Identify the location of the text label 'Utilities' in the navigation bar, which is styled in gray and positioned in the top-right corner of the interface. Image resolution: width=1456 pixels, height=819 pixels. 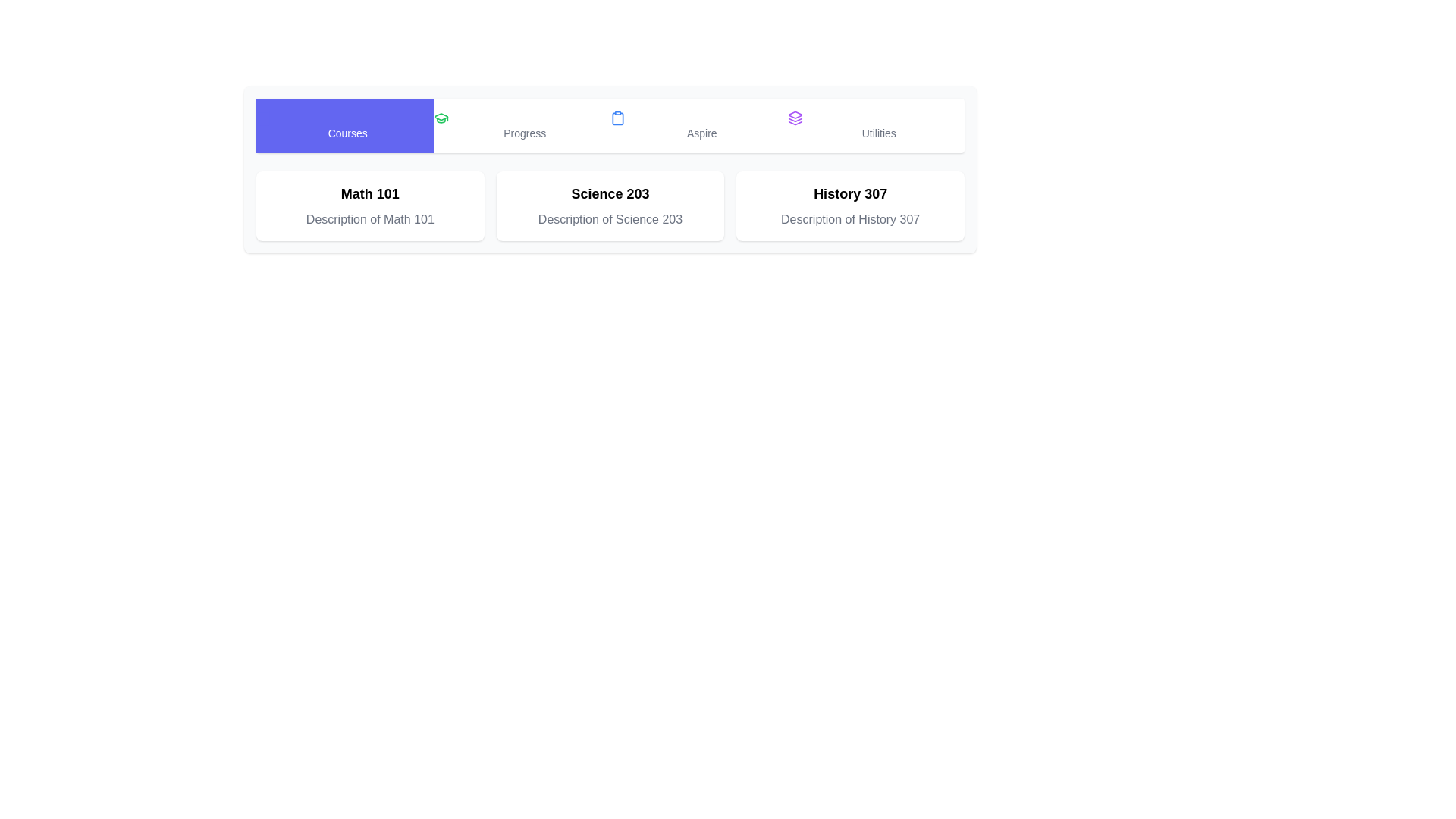
(879, 133).